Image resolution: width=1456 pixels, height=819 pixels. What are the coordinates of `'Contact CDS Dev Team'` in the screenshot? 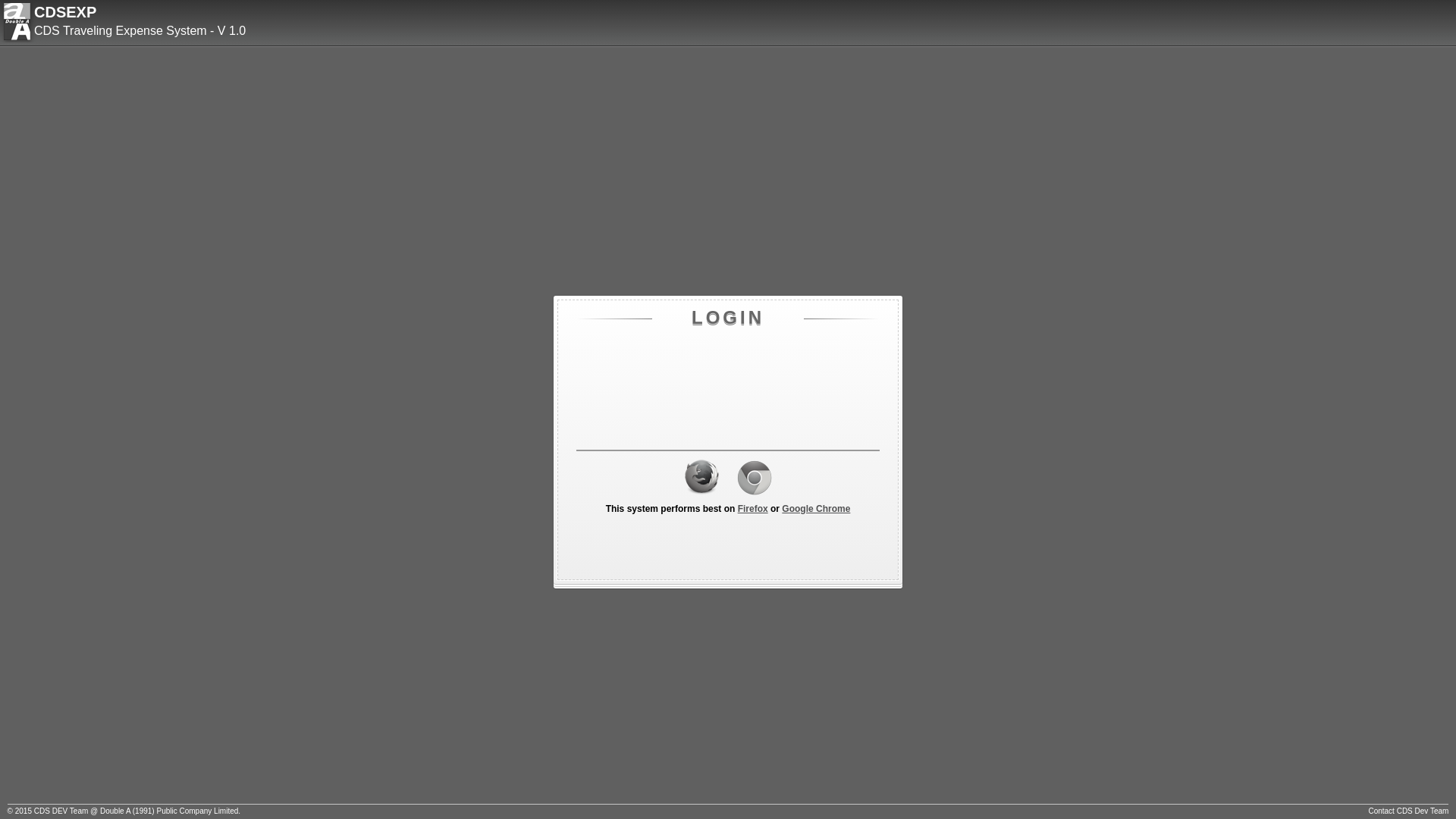 It's located at (1368, 810).